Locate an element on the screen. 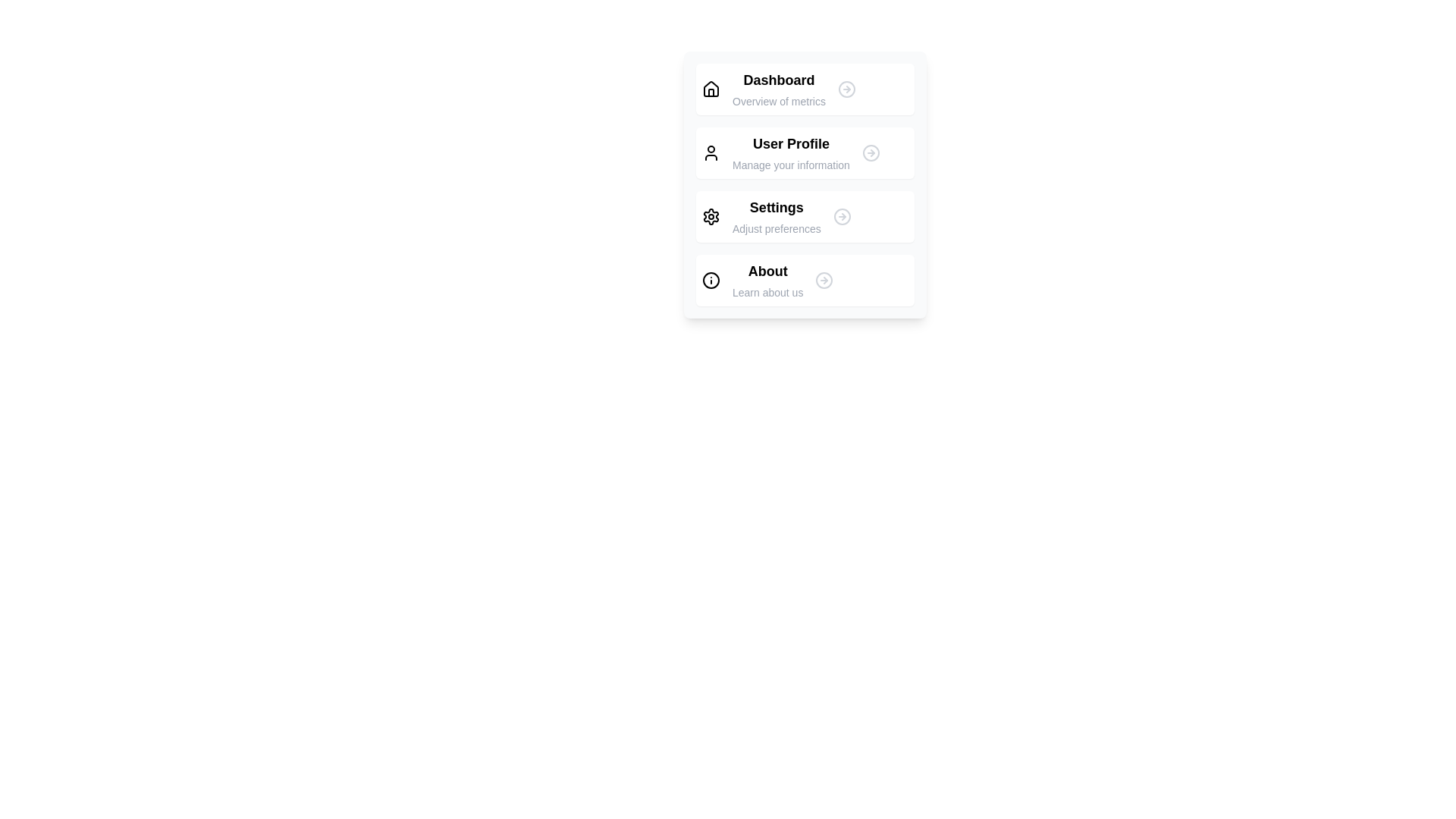  the informational text label located beneath the 'About' title in the 'About' section is located at coordinates (767, 292).